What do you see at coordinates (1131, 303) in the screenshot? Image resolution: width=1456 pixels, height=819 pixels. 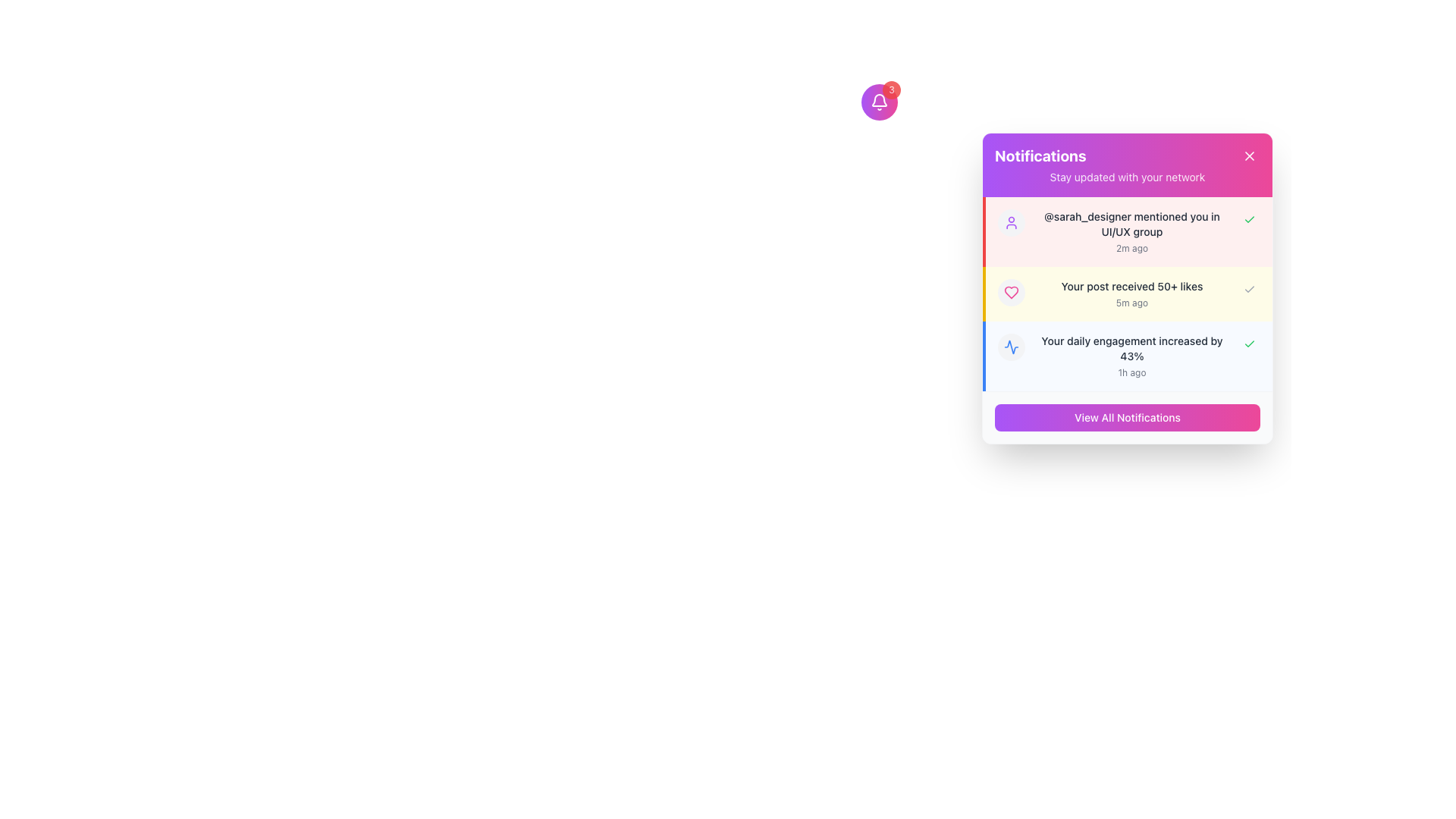 I see `time elapsed label located in the second notification item of the notification panel, positioned below the text 'Your post received 50+ likes'` at bounding box center [1131, 303].